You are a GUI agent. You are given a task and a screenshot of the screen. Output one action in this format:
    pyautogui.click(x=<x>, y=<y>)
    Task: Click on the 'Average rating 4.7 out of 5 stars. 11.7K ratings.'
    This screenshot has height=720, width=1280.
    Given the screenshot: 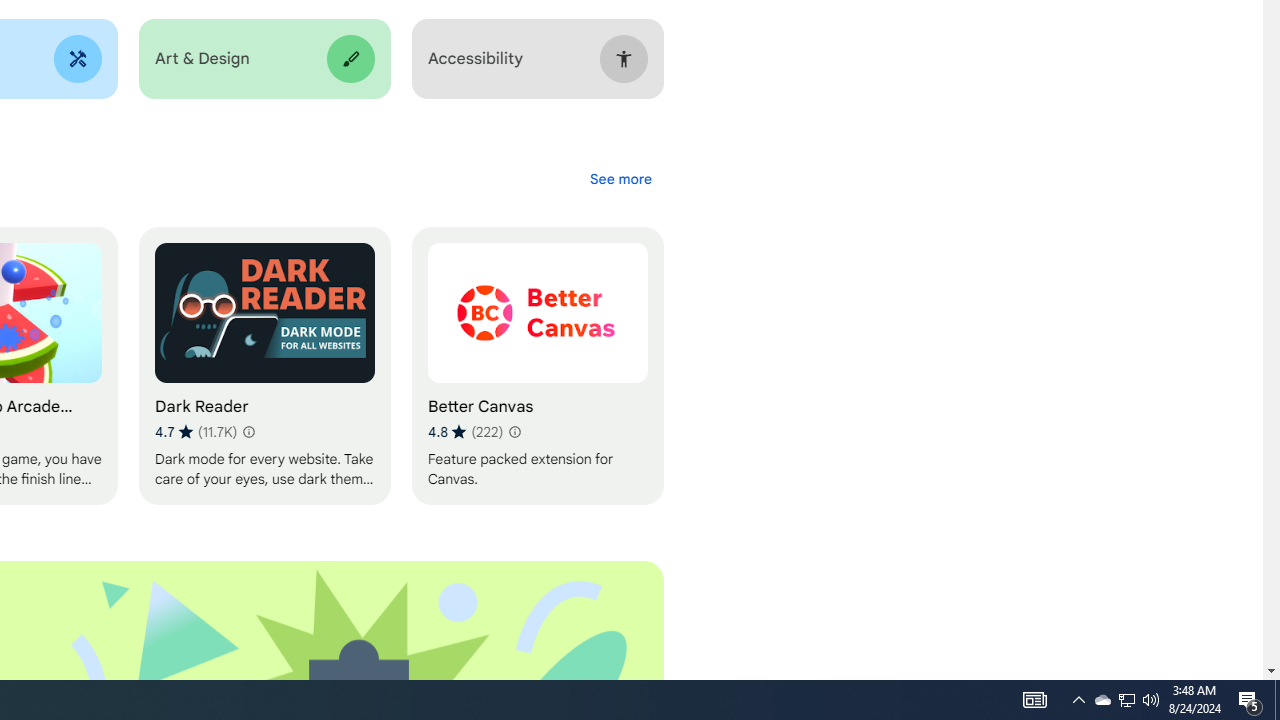 What is the action you would take?
    pyautogui.click(x=195, y=431)
    